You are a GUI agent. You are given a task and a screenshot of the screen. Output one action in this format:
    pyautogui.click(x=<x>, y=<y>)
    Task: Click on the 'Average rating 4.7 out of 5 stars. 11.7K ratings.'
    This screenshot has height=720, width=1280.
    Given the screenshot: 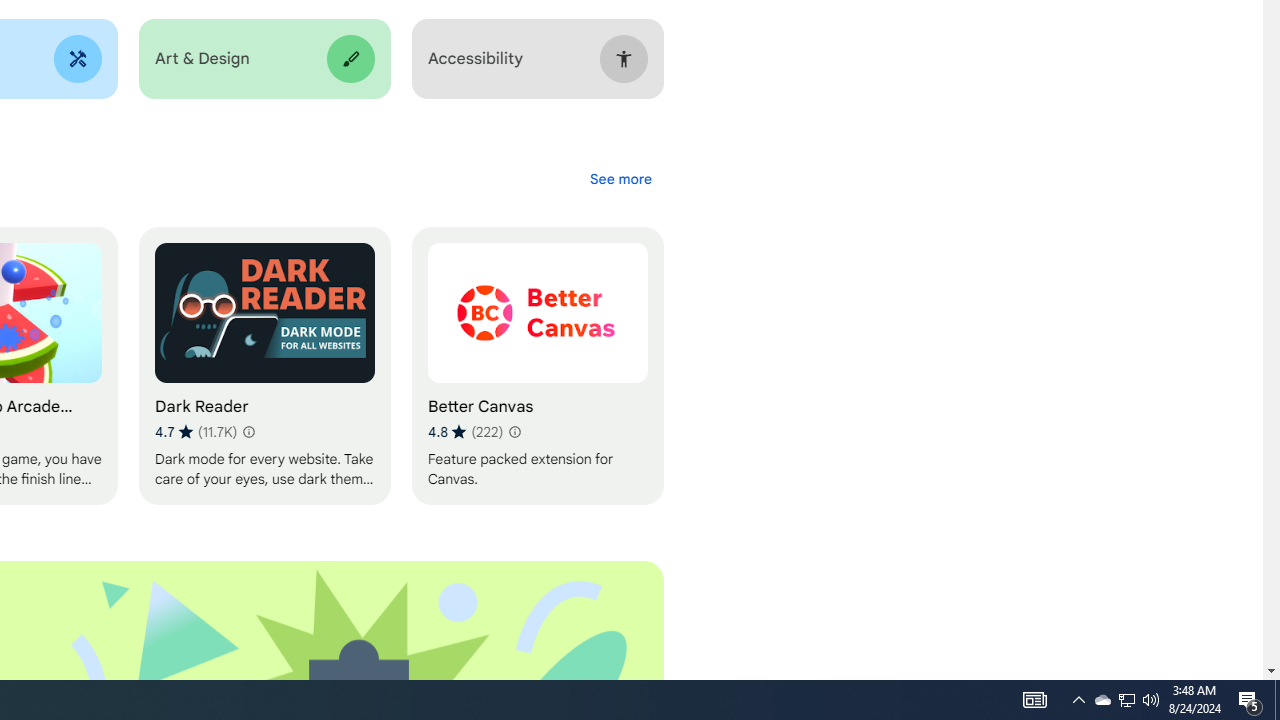 What is the action you would take?
    pyautogui.click(x=195, y=431)
    